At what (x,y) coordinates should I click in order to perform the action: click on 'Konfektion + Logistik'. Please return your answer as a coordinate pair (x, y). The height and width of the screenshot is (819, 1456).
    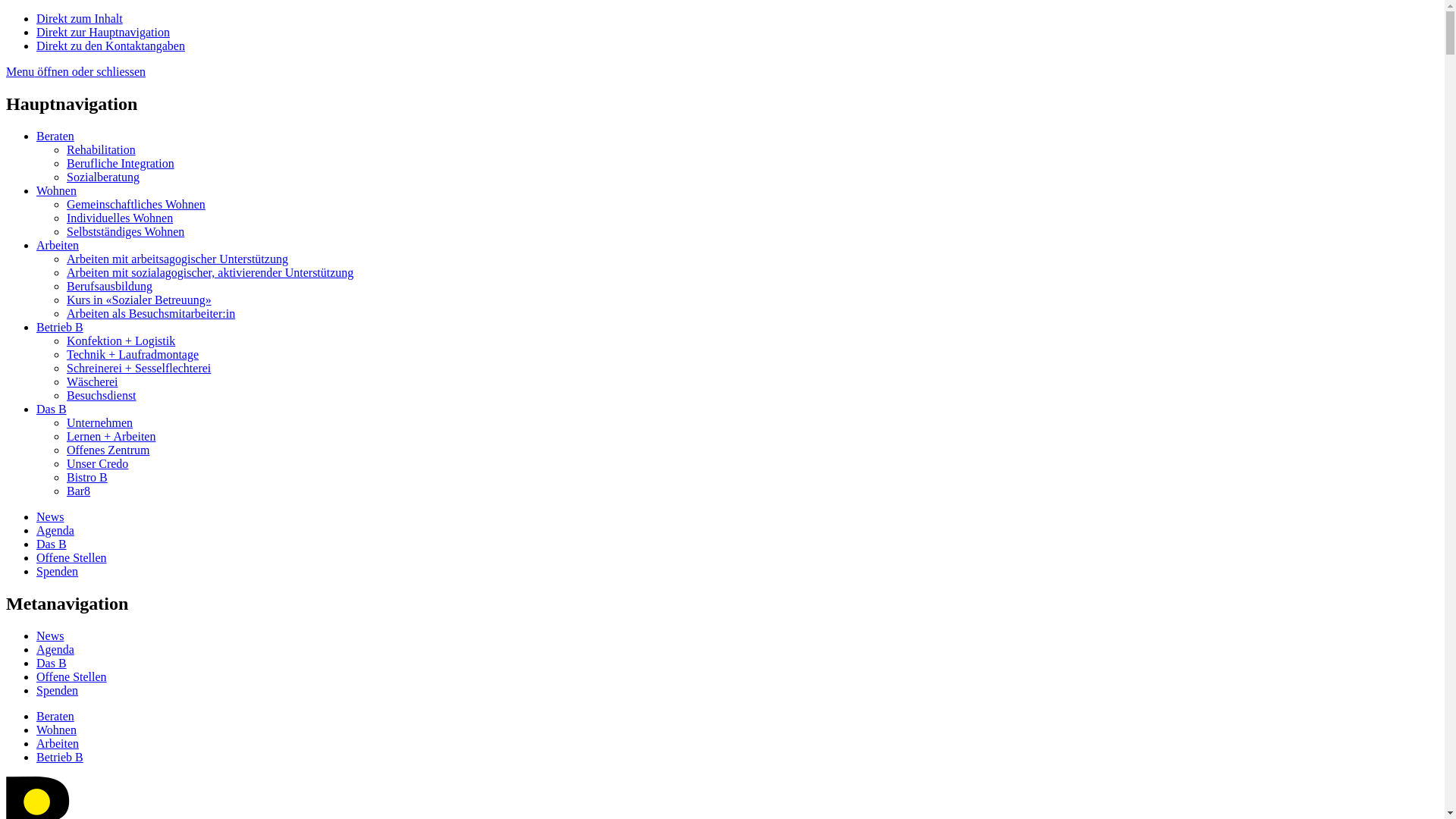
    Looking at the image, I should click on (65, 340).